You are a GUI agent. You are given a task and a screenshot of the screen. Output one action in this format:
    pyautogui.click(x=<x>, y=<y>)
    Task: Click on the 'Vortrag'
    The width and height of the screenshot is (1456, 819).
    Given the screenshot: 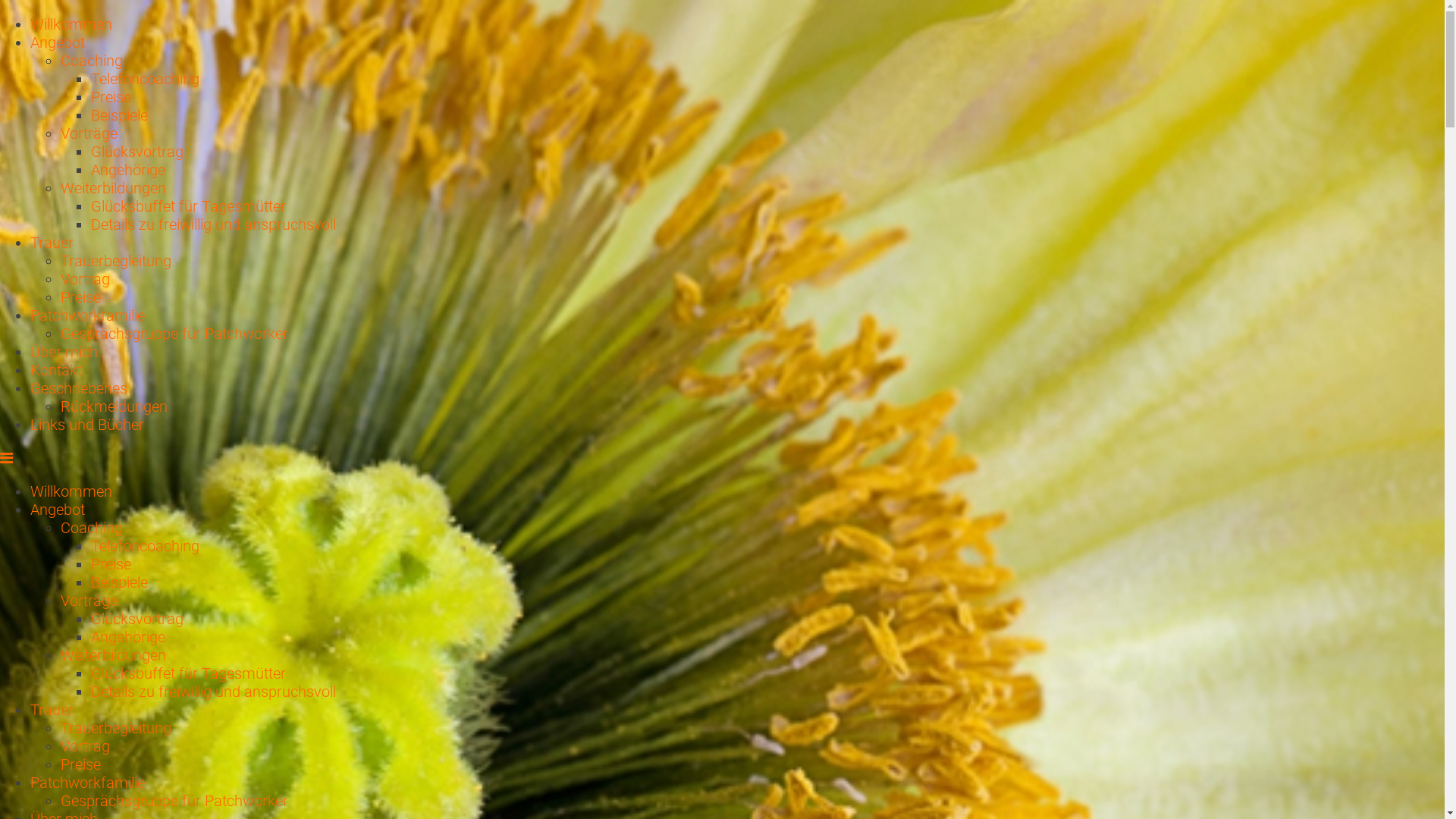 What is the action you would take?
    pyautogui.click(x=61, y=278)
    